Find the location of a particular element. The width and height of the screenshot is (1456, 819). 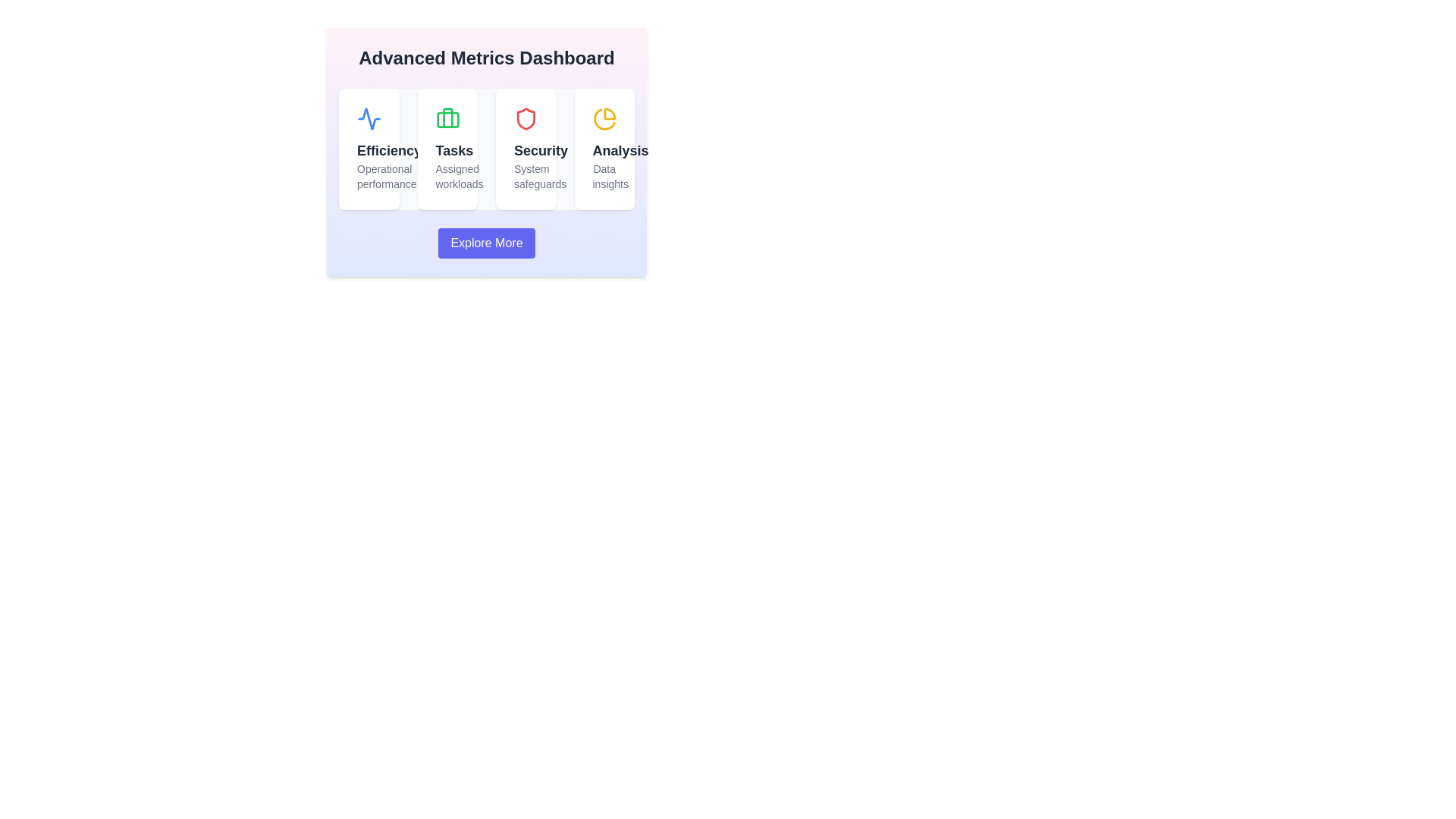

the pie chart segment icon with a yellow outline located in the fourth section of the interactive dashboard under the 'Analysis' section is located at coordinates (610, 113).